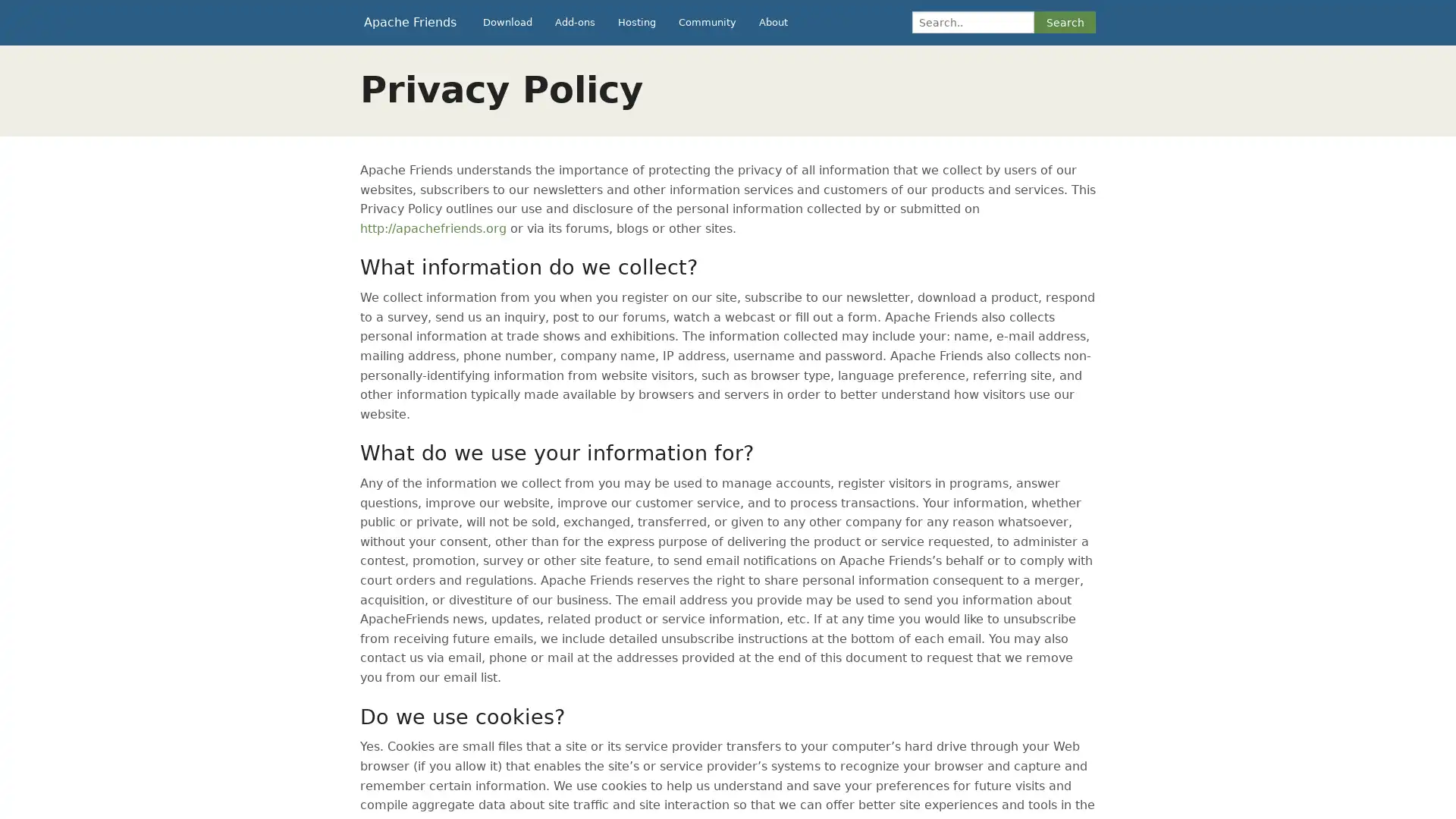 This screenshot has height=819, width=1456. I want to click on Search, so click(1064, 22).